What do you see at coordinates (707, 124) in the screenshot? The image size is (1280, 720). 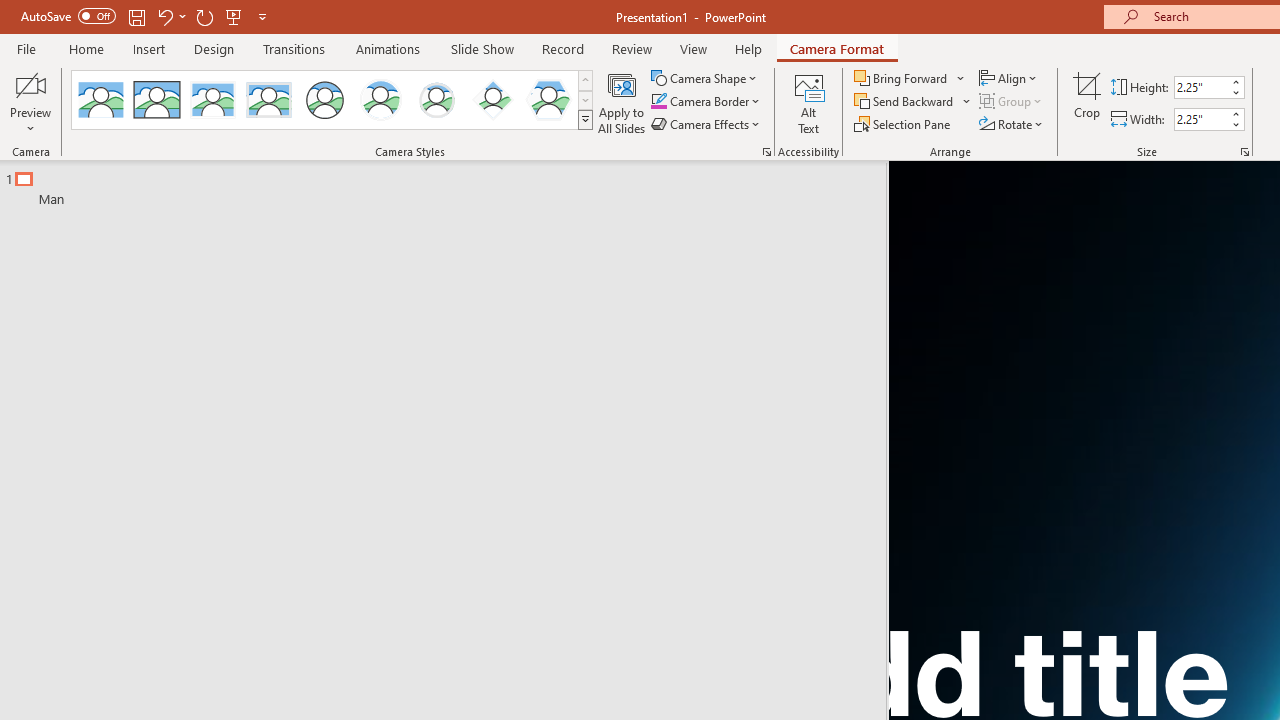 I see `'Camera Effects'` at bounding box center [707, 124].